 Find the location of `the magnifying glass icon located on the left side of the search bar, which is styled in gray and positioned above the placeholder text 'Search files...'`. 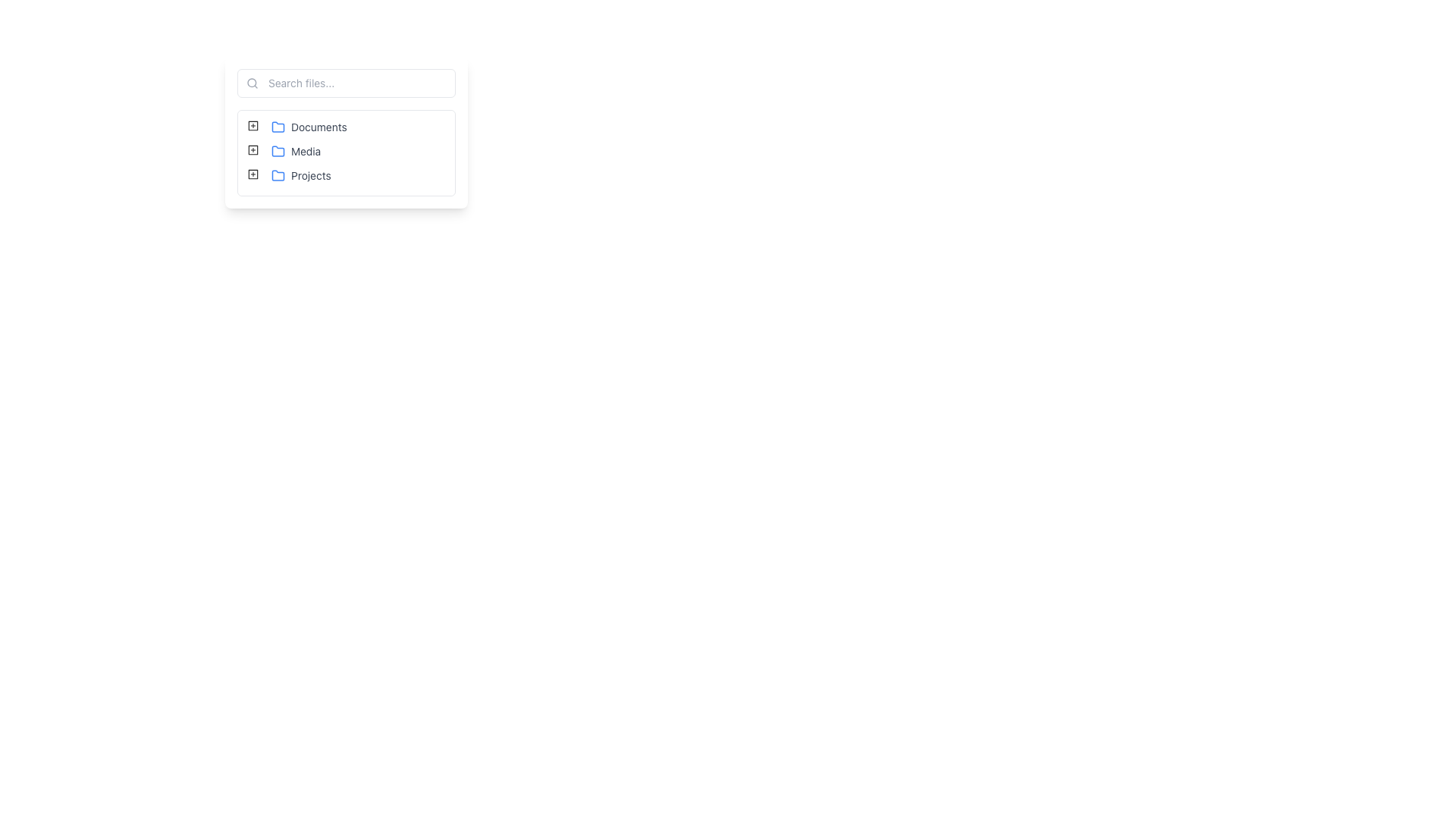

the magnifying glass icon located on the left side of the search bar, which is styled in gray and positioned above the placeholder text 'Search files...' is located at coordinates (252, 83).